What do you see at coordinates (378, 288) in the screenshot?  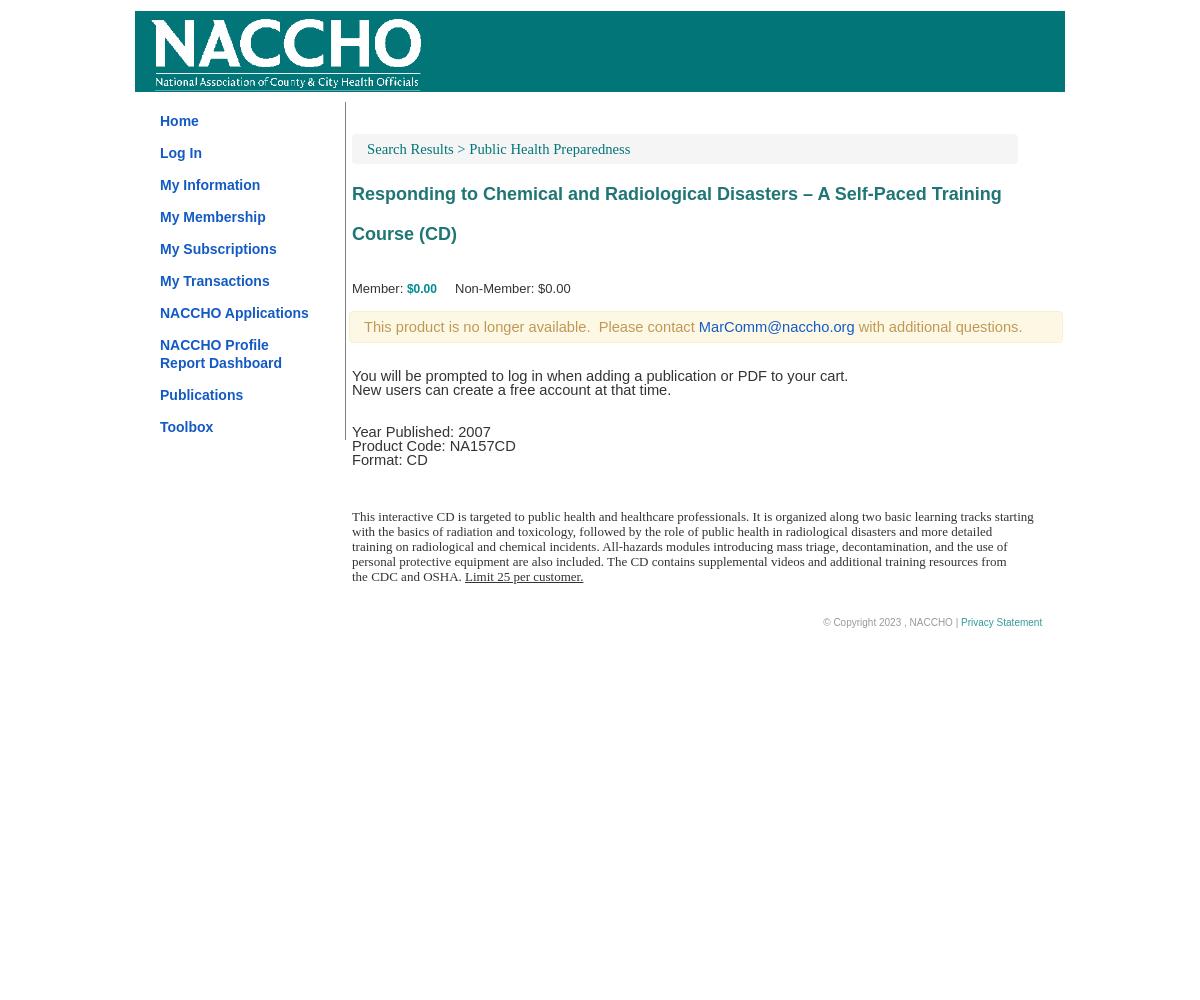 I see `'Member:'` at bounding box center [378, 288].